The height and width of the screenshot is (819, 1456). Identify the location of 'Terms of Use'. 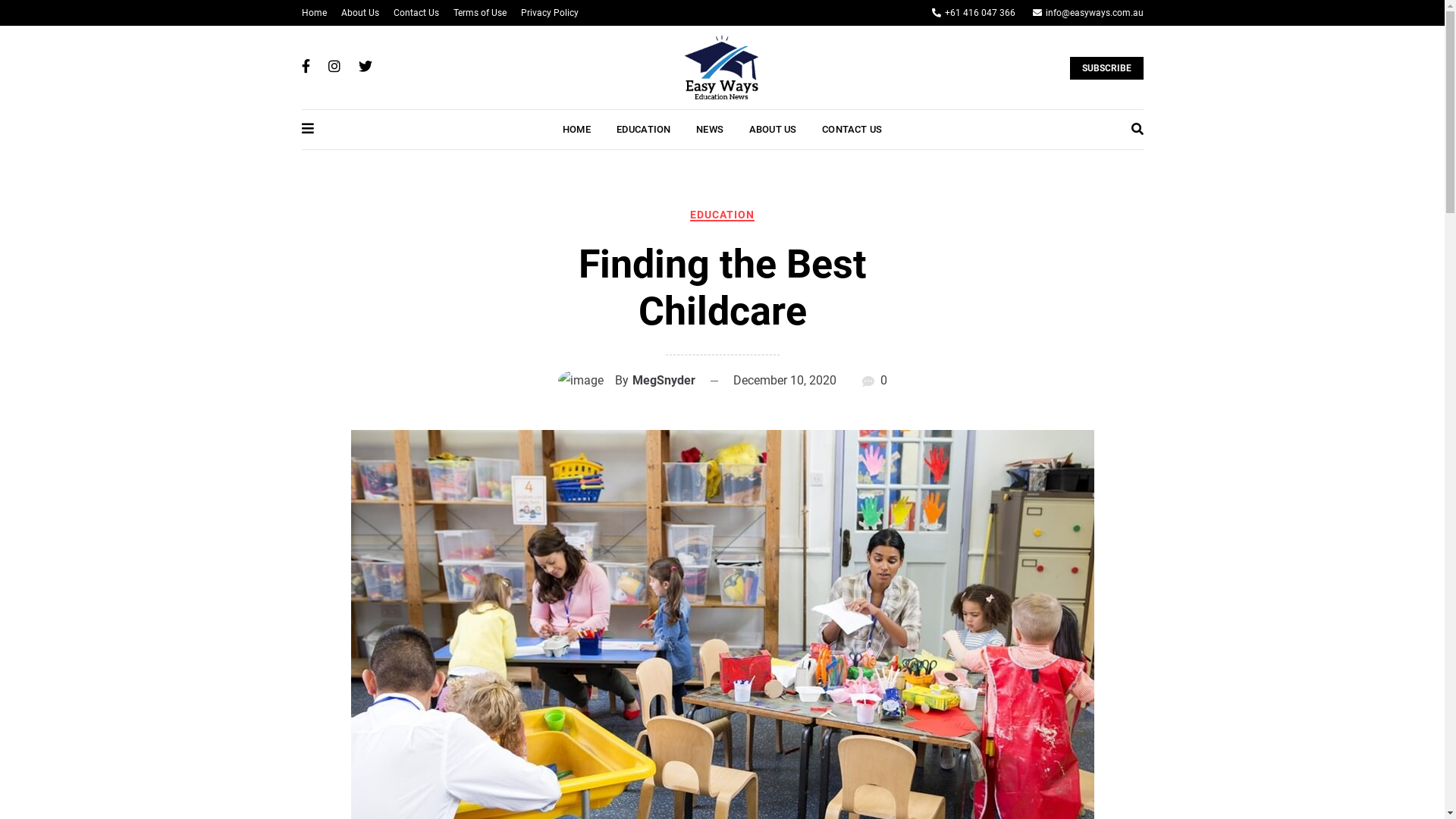
(479, 12).